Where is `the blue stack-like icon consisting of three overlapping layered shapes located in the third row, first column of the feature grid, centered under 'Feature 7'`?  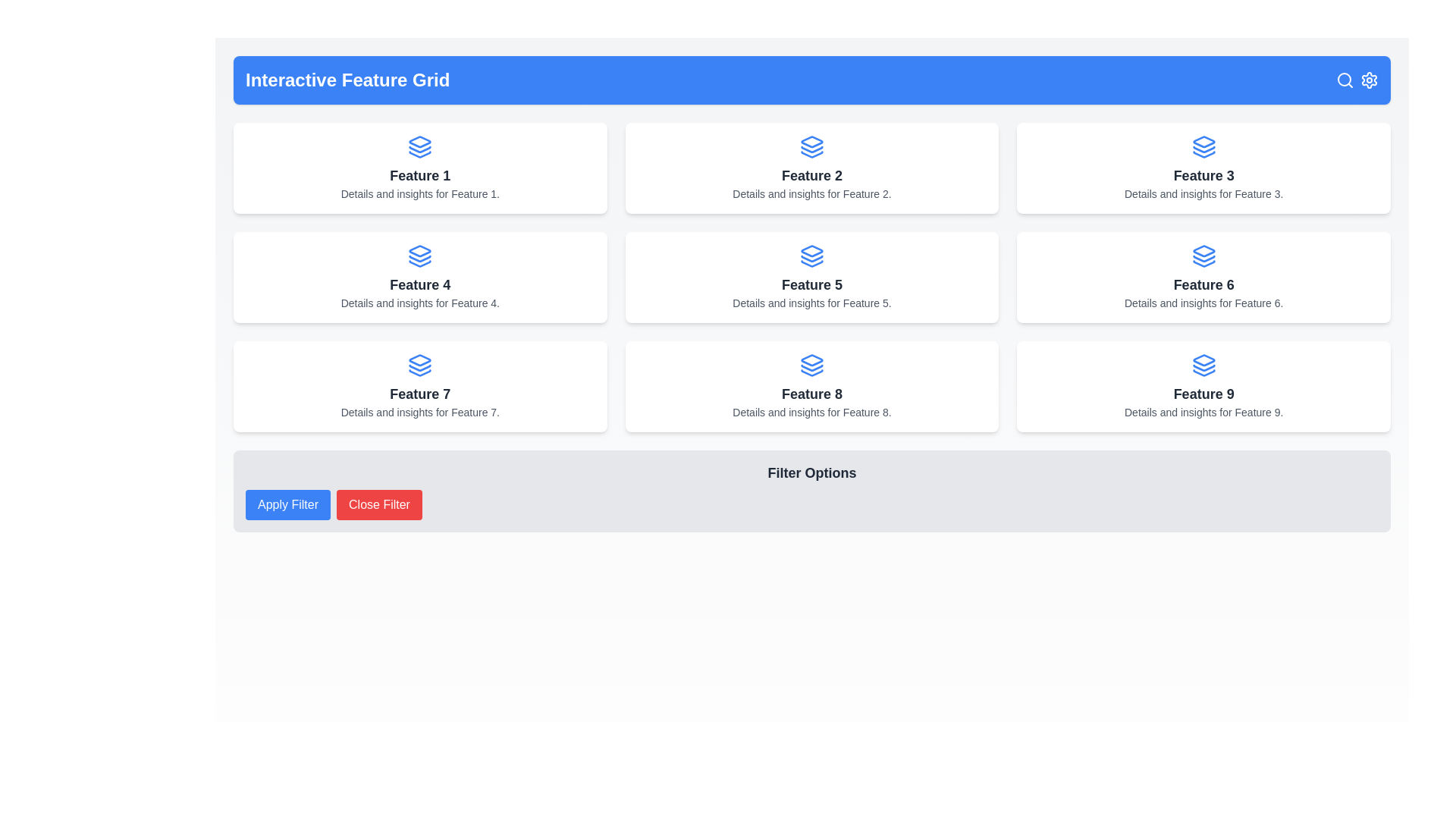
the blue stack-like icon consisting of three overlapping layered shapes located in the third row, first column of the feature grid, centered under 'Feature 7' is located at coordinates (420, 366).